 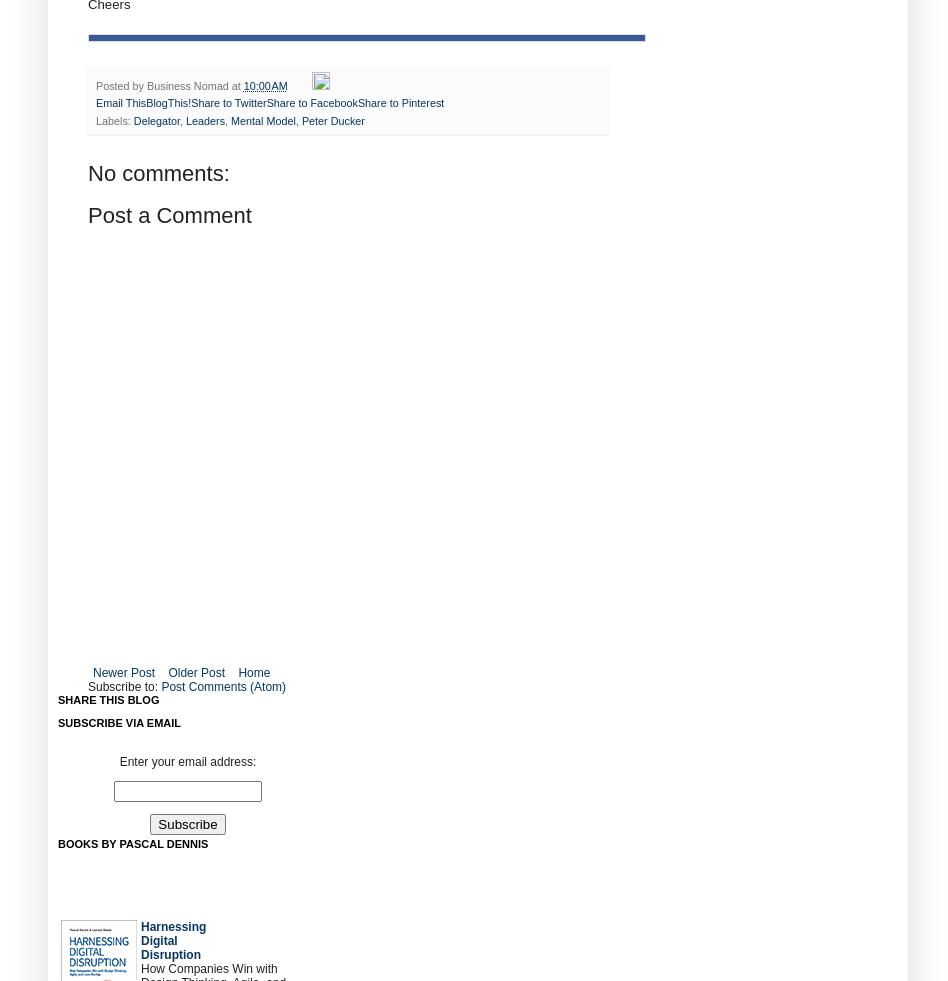 What do you see at coordinates (123, 686) in the screenshot?
I see `'Subscribe to:'` at bounding box center [123, 686].